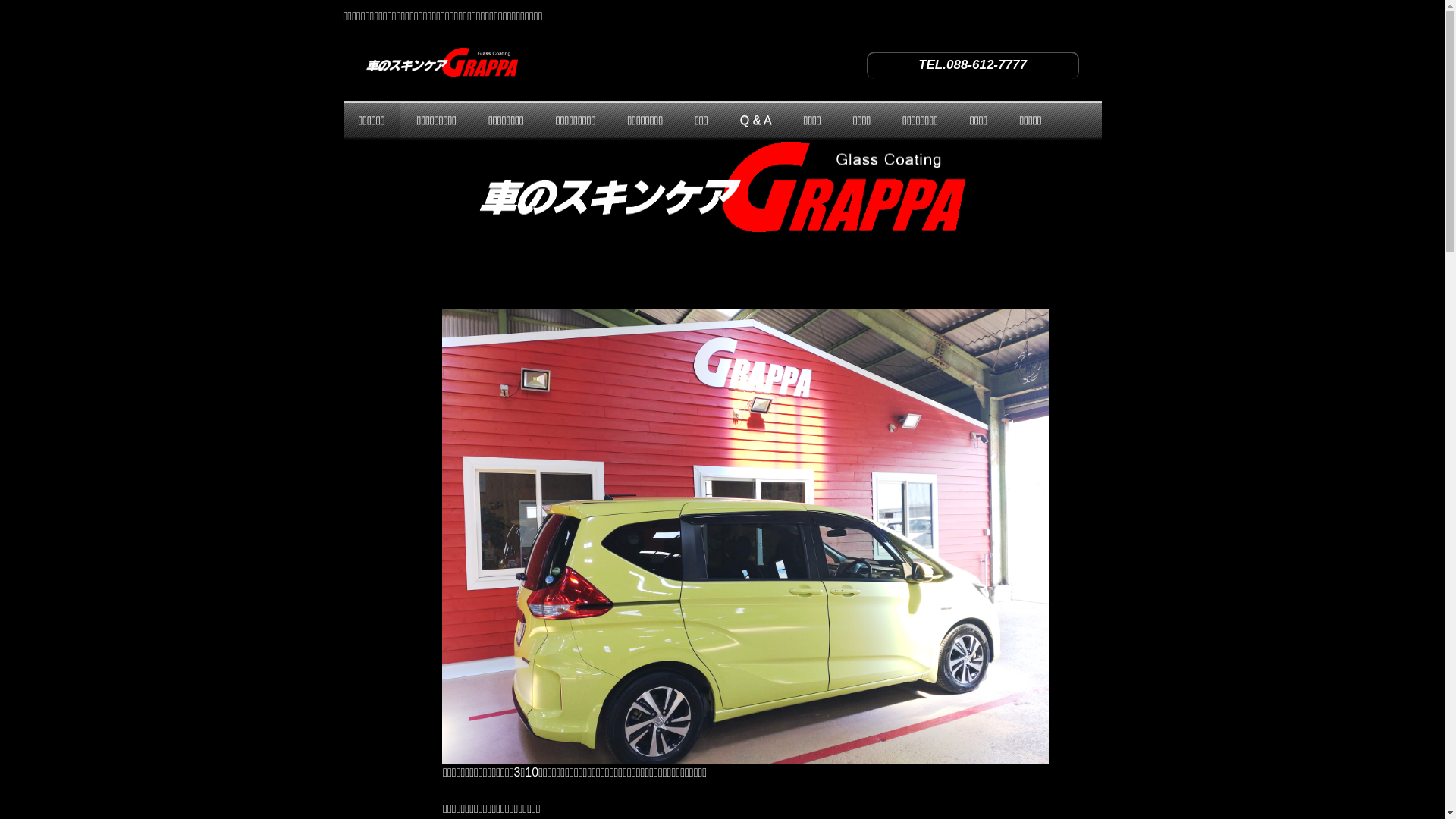 This screenshot has height=819, width=1456. I want to click on 'Q & A', so click(756, 119).